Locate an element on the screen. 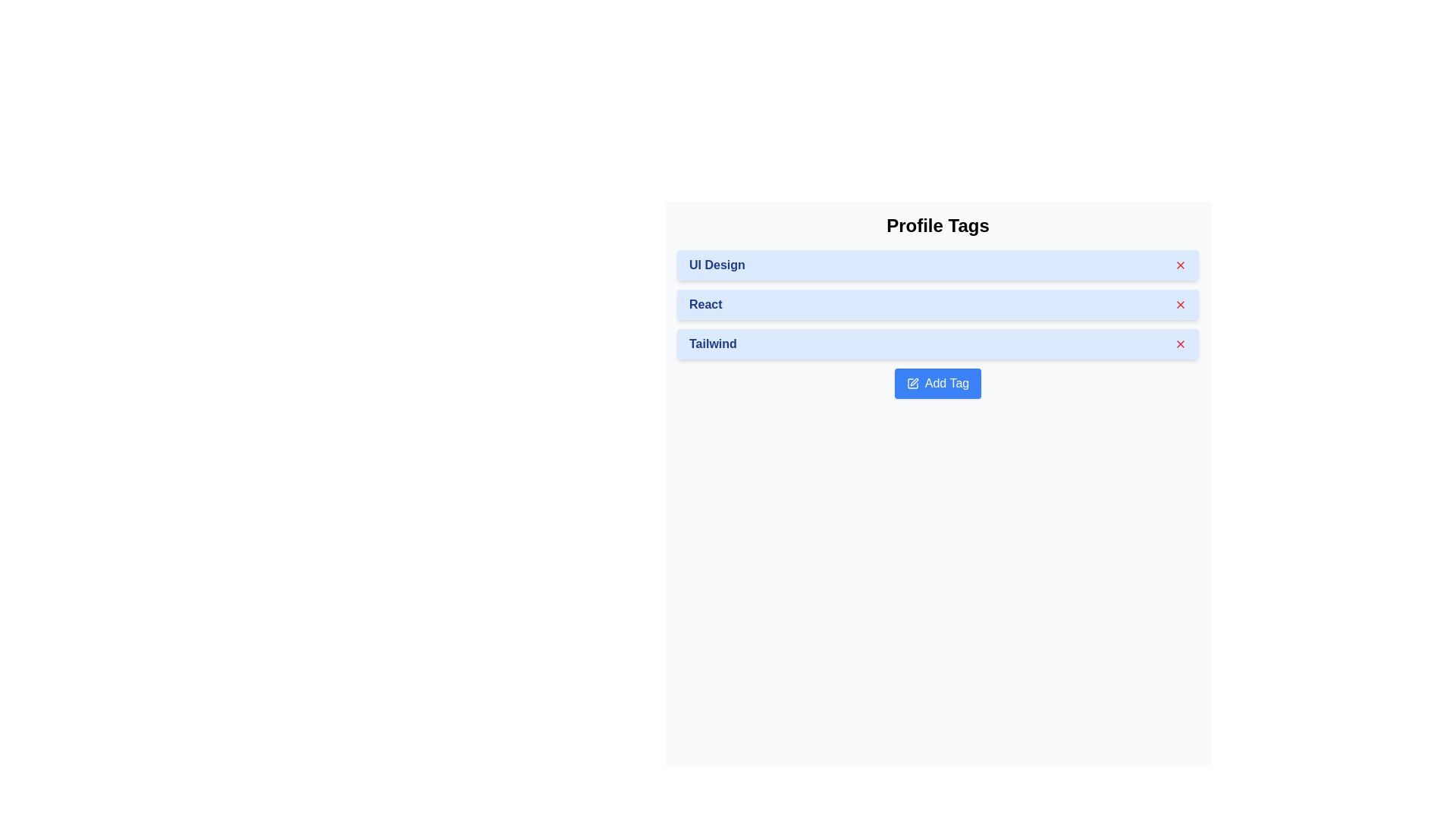  the pen icon on the left side of the 'Add Tag' button, which serves as a visual indicator for adding or creating tags is located at coordinates (912, 382).